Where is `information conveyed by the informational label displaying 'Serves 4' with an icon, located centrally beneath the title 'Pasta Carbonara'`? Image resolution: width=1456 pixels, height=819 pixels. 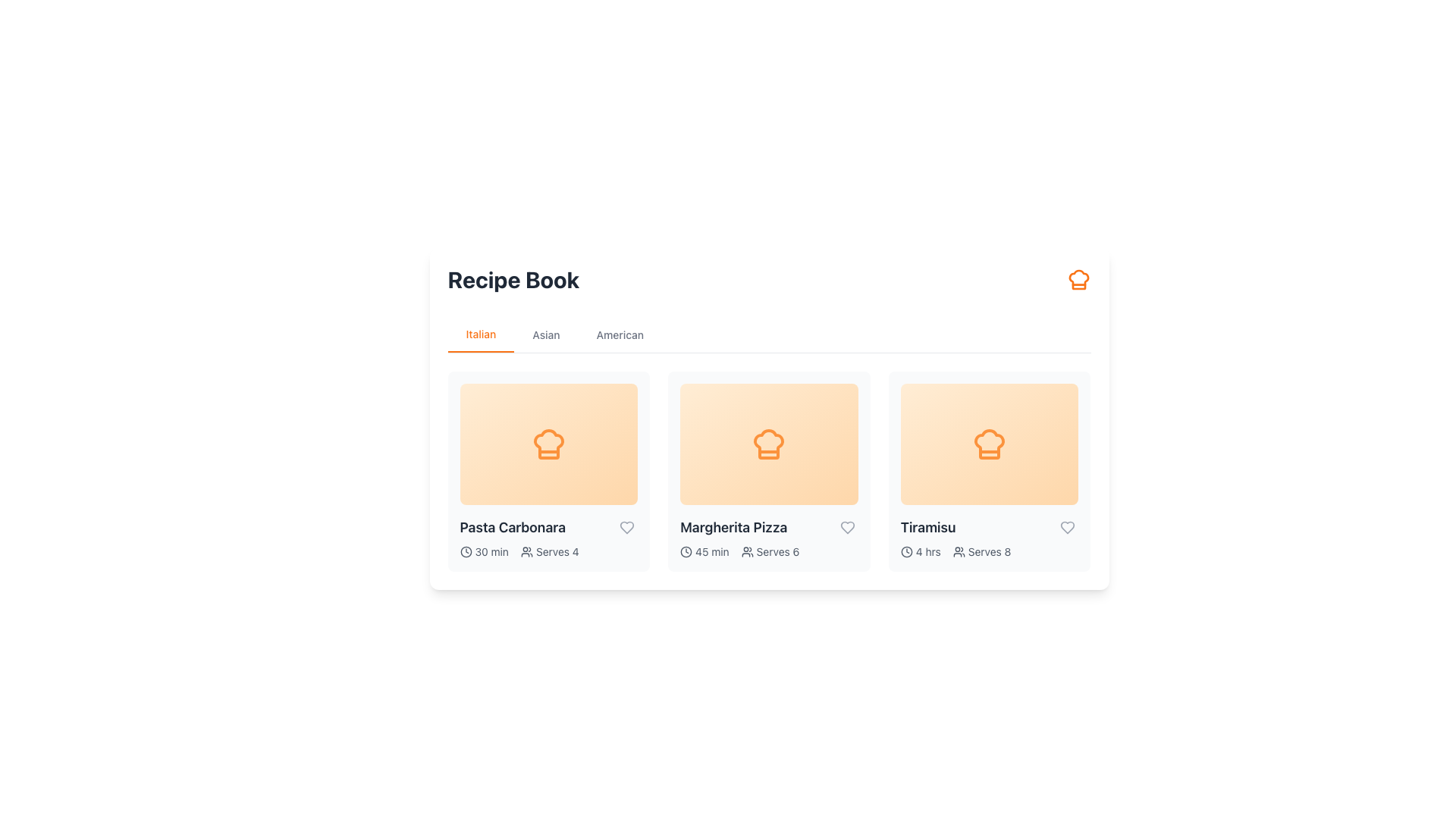 information conveyed by the informational label displaying 'Serves 4' with an icon, located centrally beneath the title 'Pasta Carbonara' is located at coordinates (549, 552).